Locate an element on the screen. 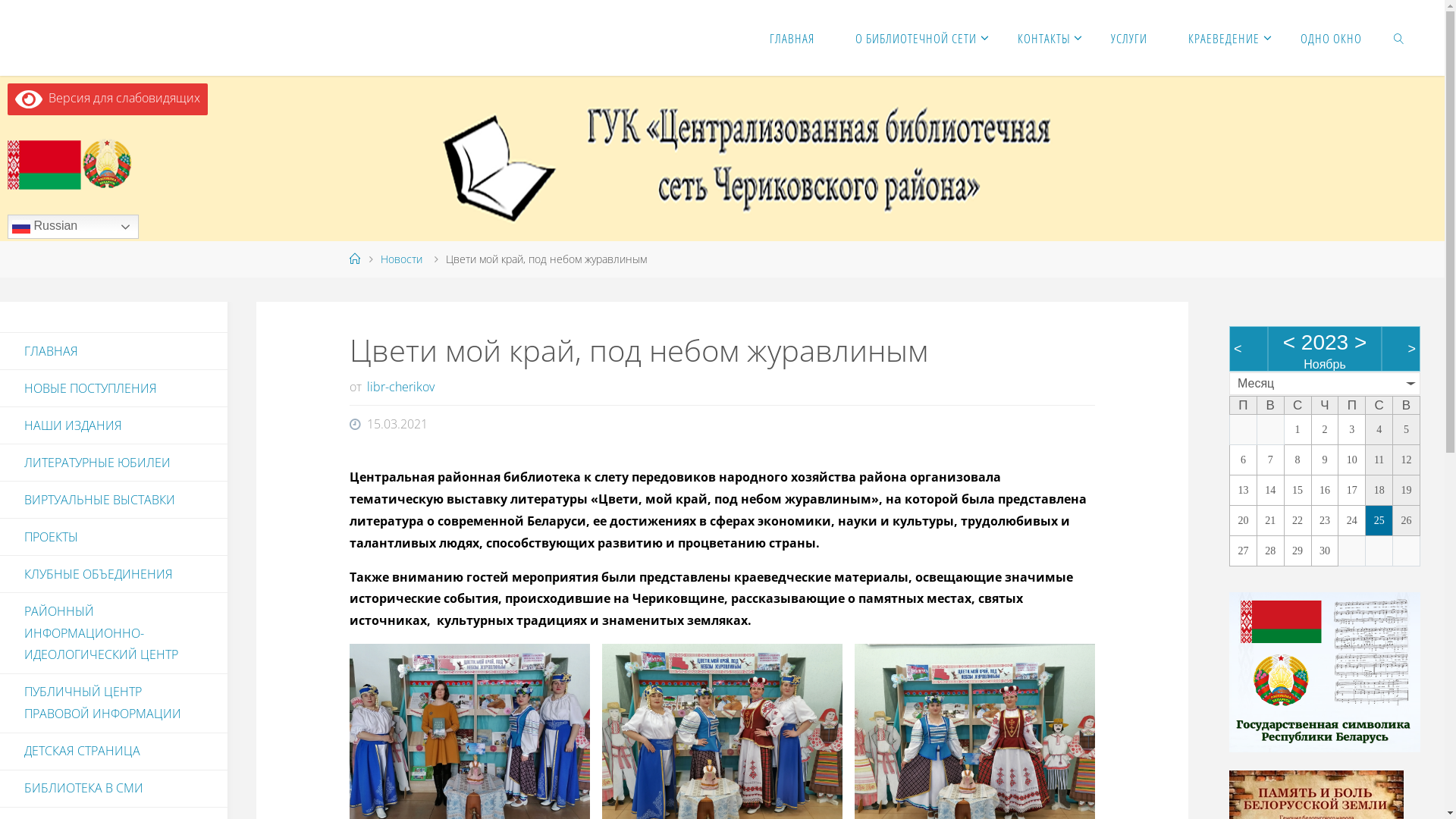 Image resolution: width=1456 pixels, height=819 pixels. '<' is located at coordinates (1288, 342).